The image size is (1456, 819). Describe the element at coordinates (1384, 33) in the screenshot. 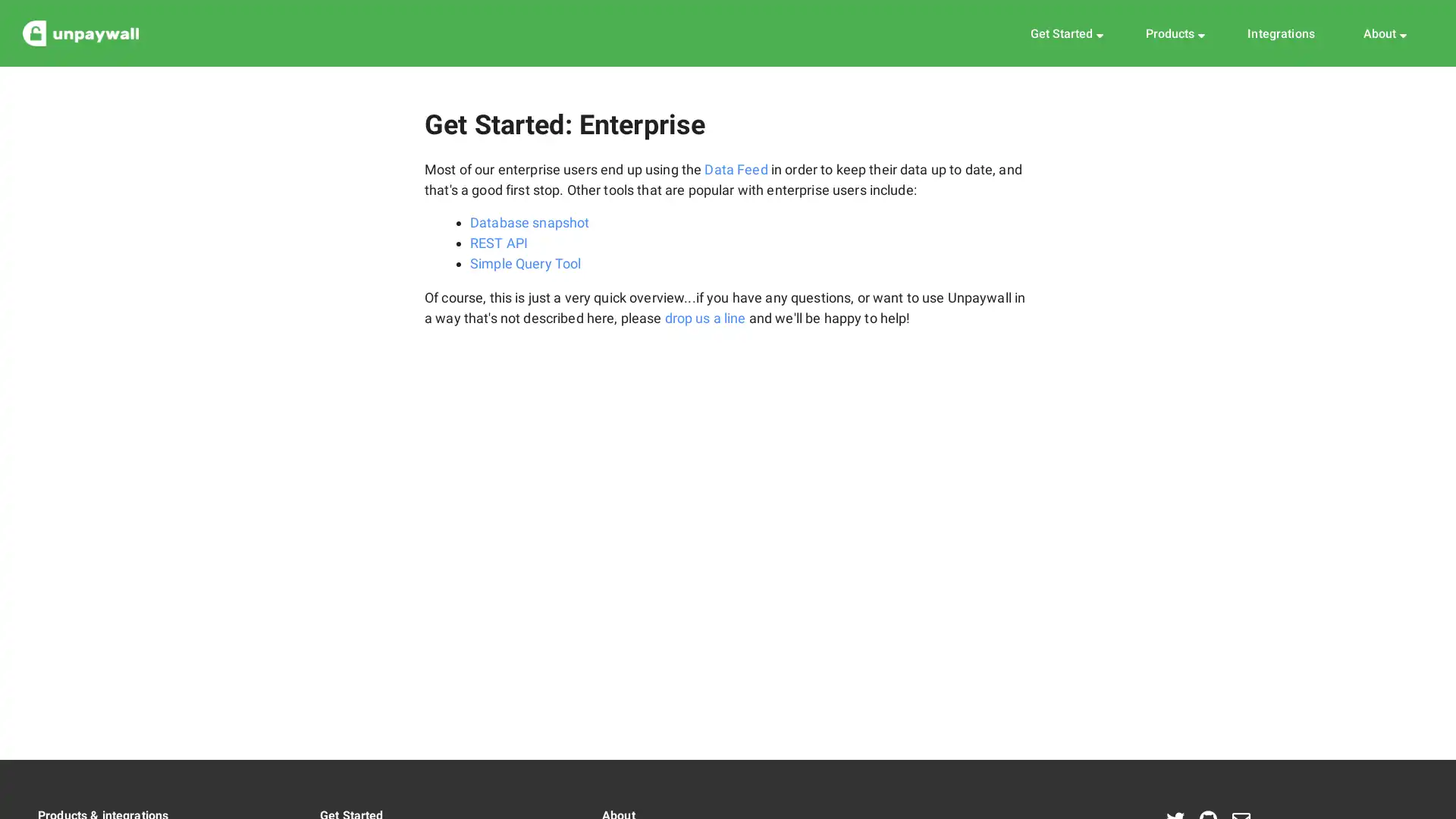

I see `About` at that location.